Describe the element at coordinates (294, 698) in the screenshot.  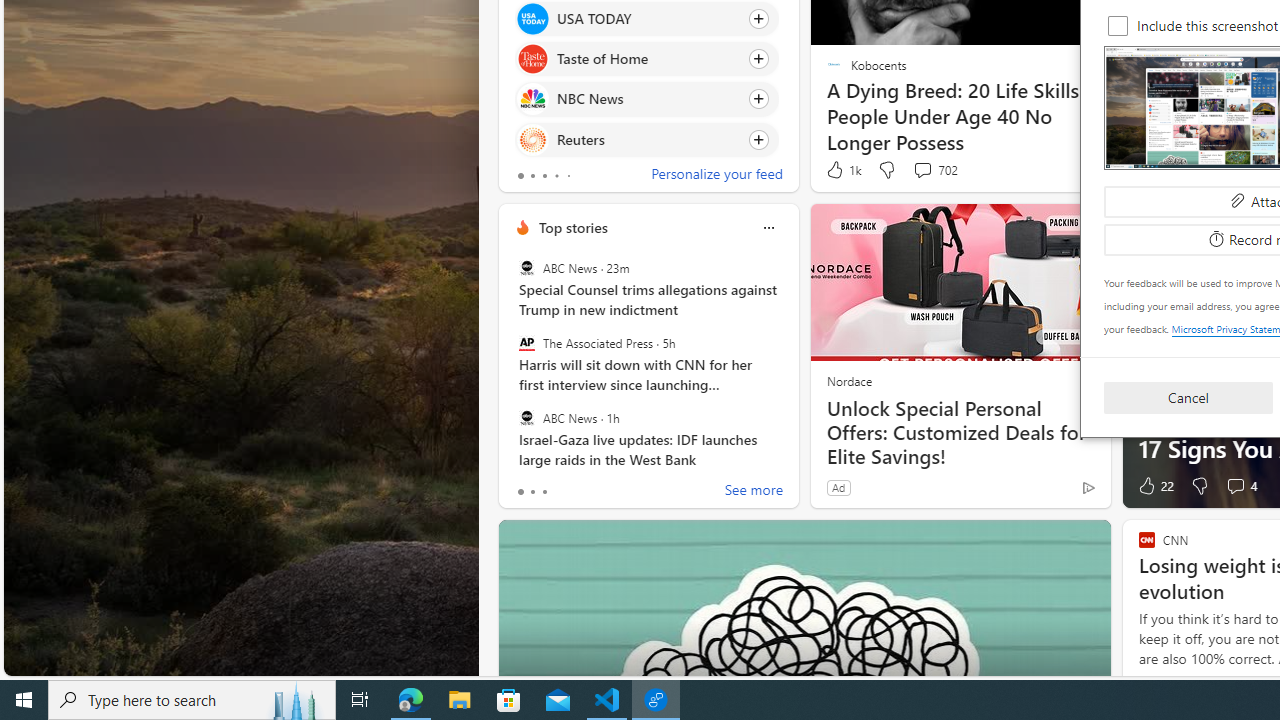
I see `'Search highlights icon opens search home window'` at that location.